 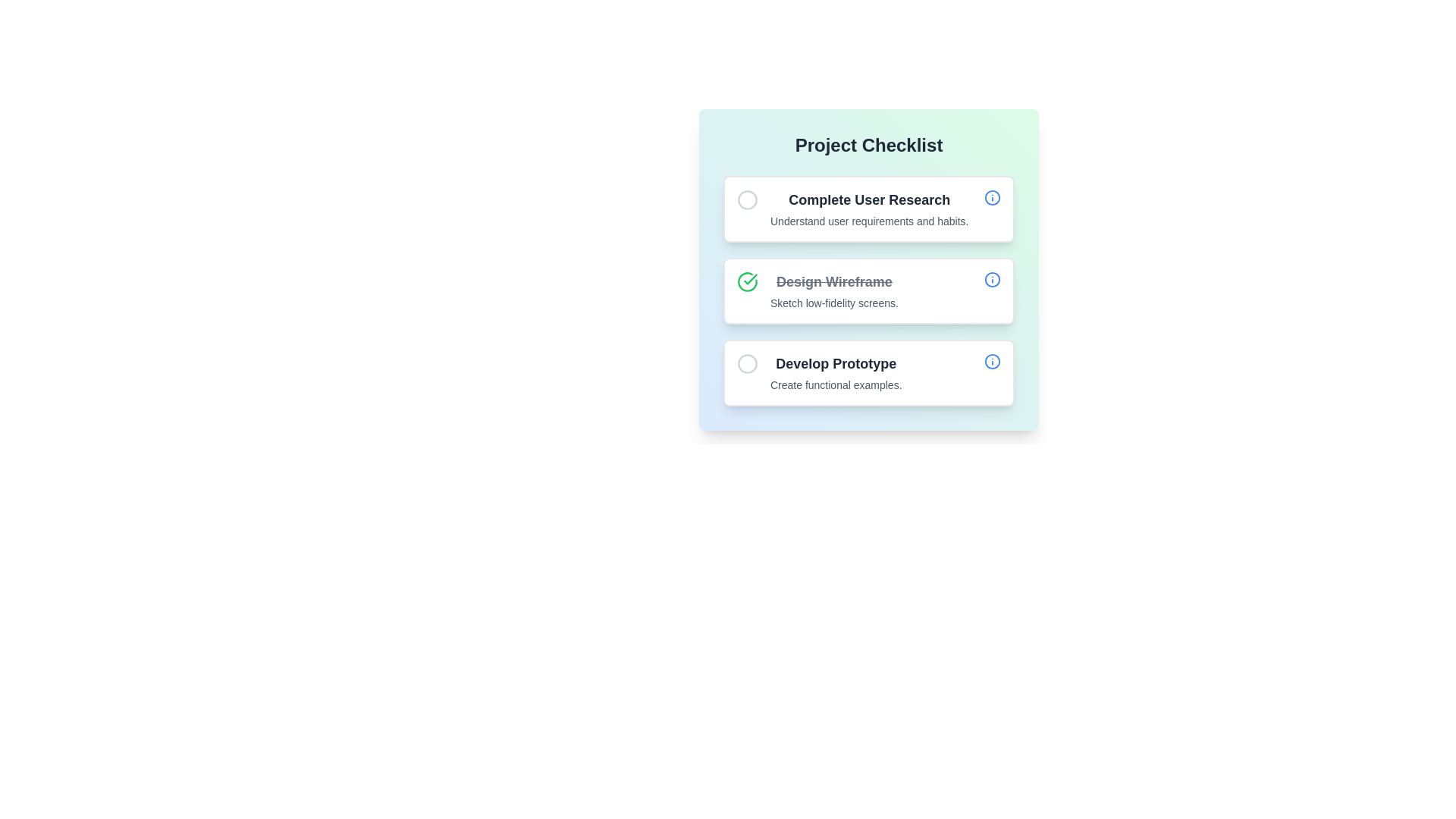 I want to click on the task card displaying the completed status of 'Design Wireframe' in the project checklist, so click(x=869, y=268).